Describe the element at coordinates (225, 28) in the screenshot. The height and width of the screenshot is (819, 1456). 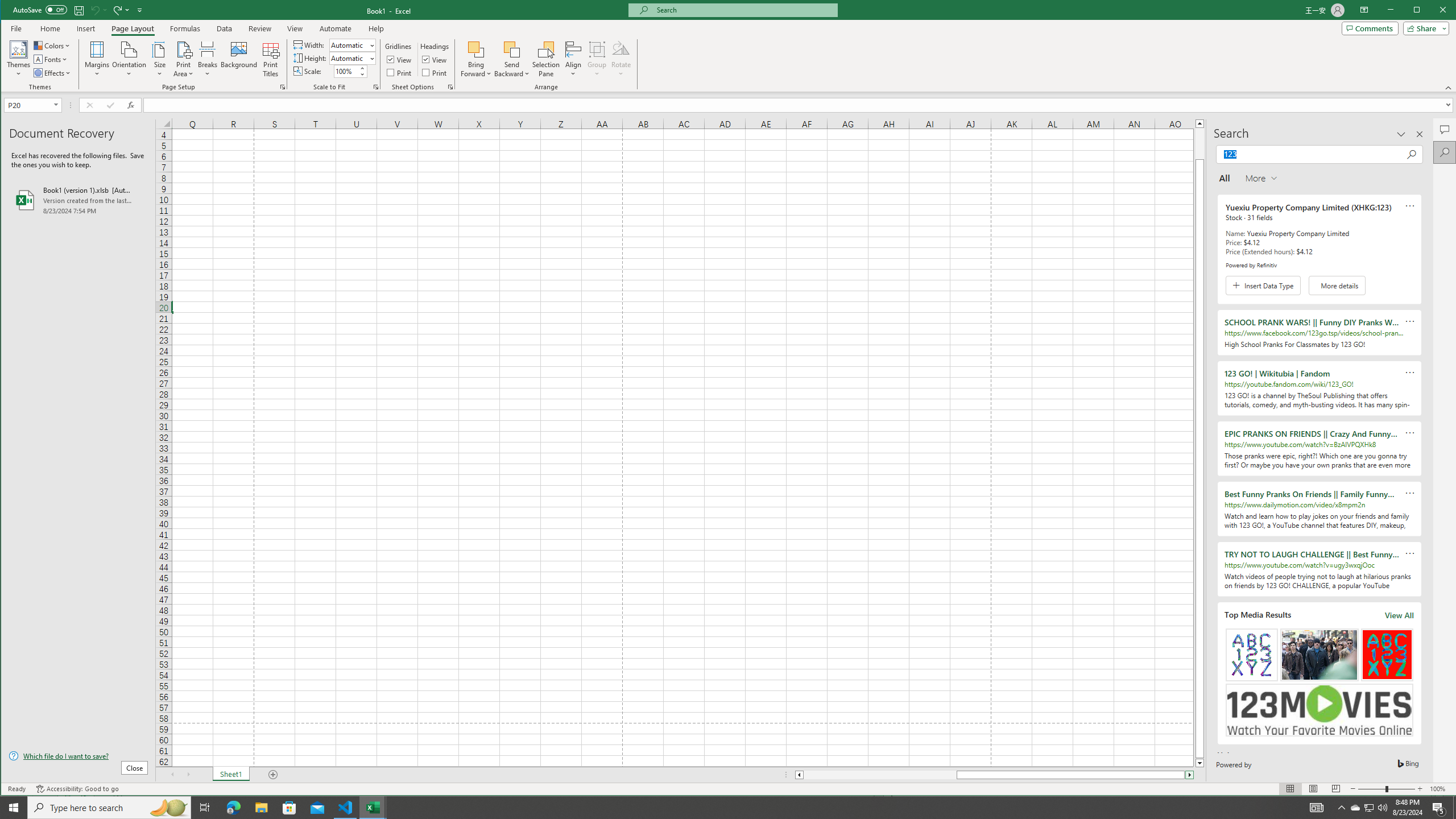
I see `'Data'` at that location.